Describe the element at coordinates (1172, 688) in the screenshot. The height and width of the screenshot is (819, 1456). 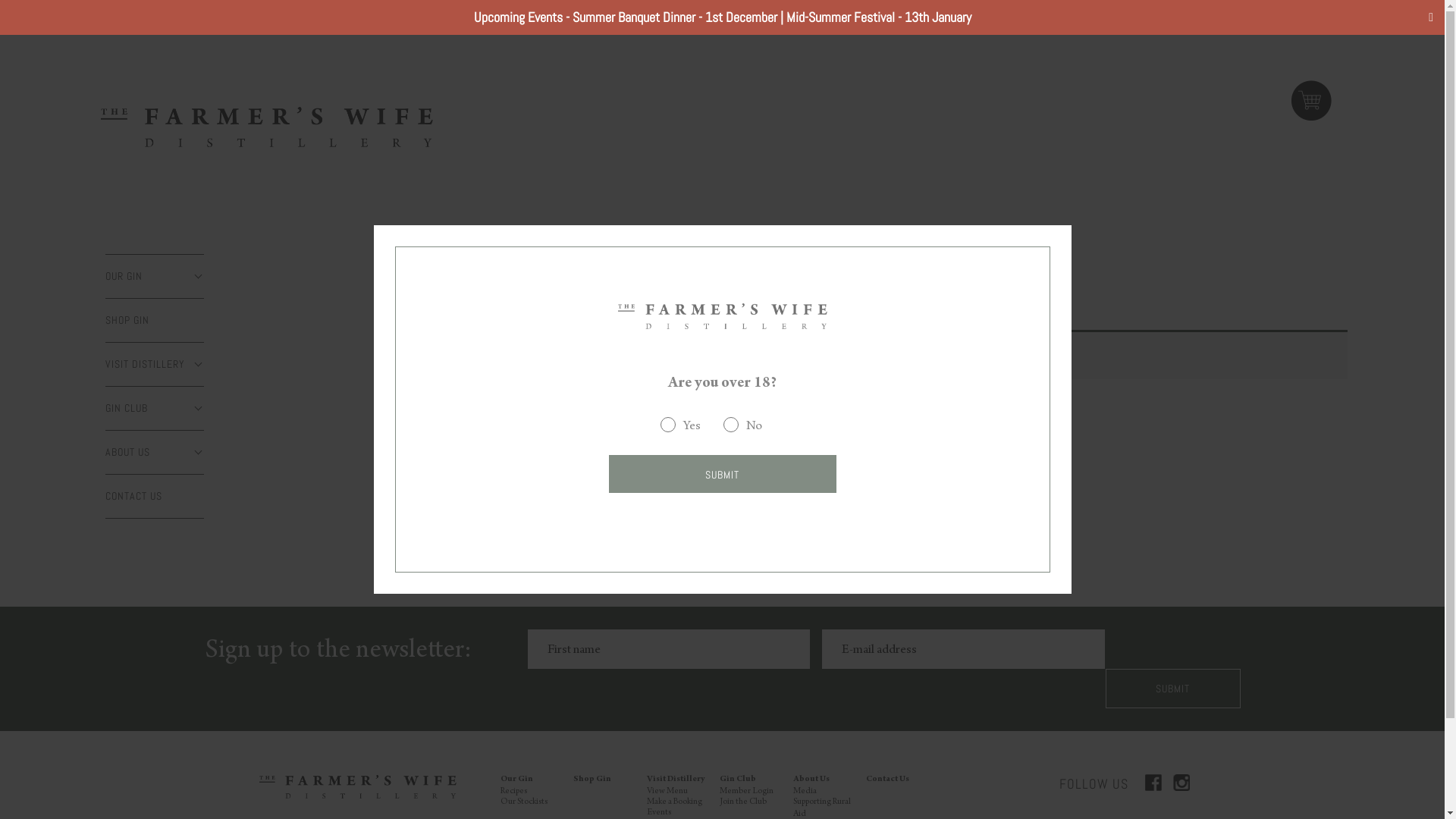
I see `'Submit'` at that location.